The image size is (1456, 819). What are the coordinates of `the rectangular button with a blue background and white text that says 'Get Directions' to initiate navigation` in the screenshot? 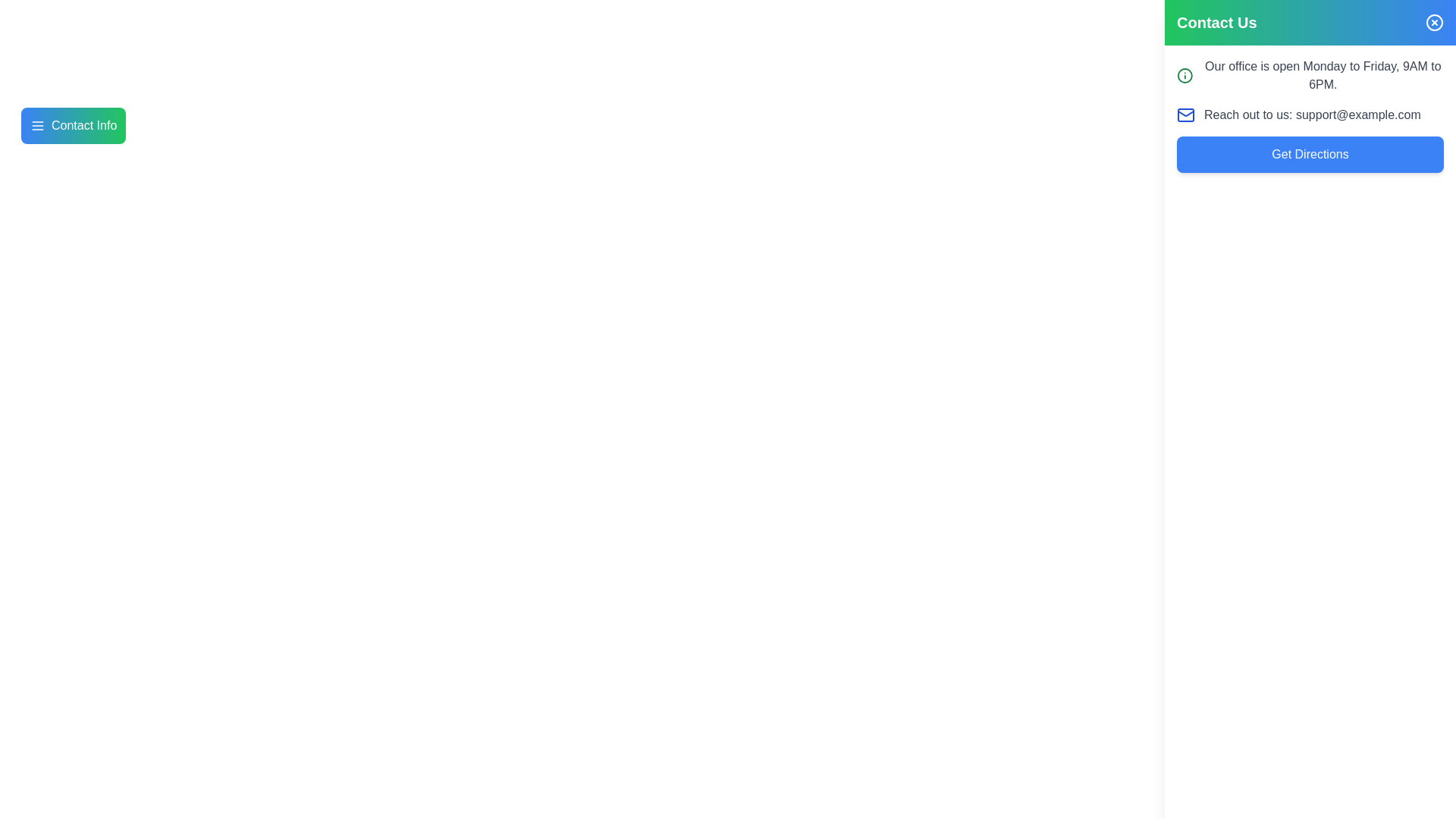 It's located at (1310, 155).